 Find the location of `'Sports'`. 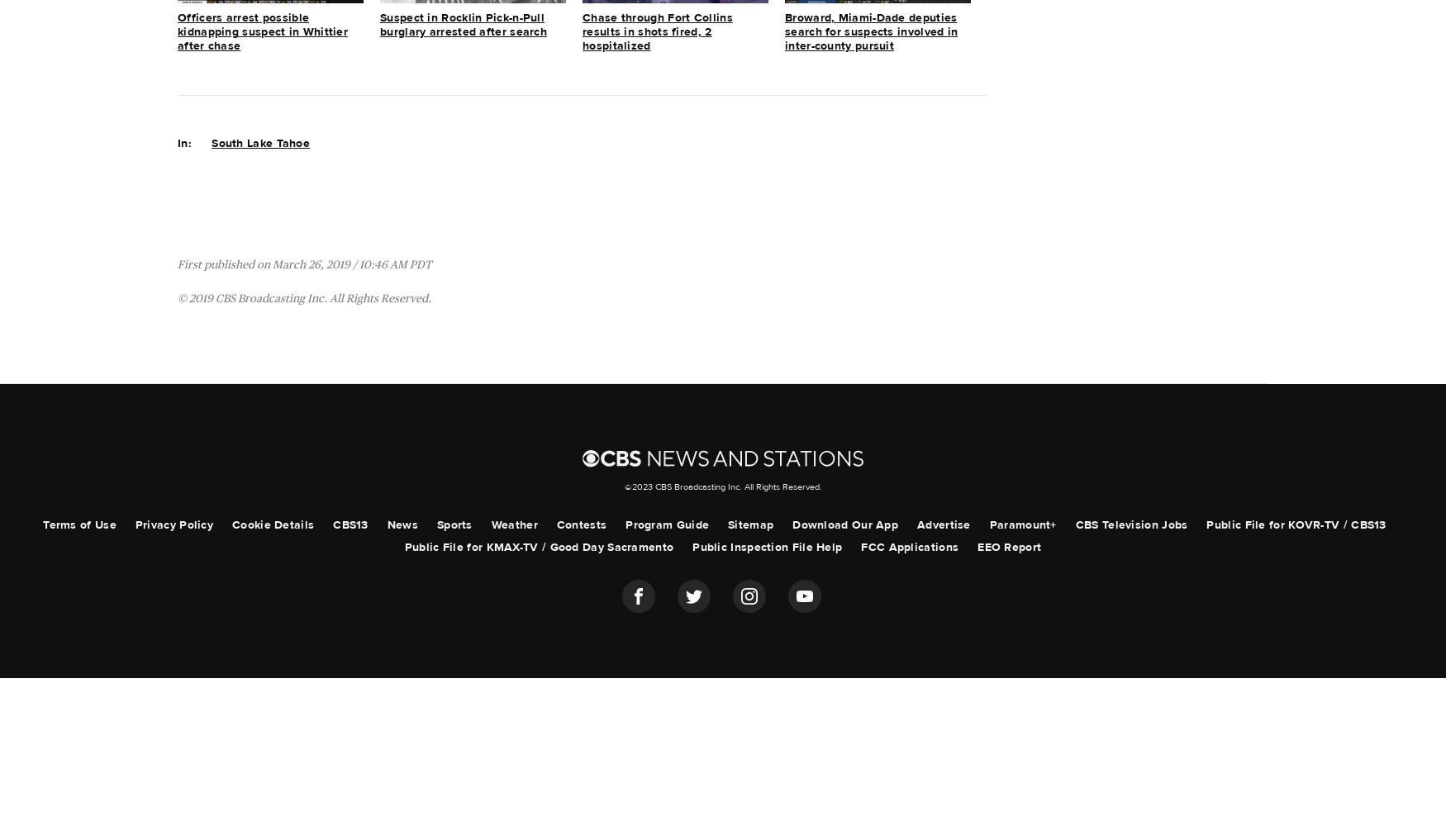

'Sports' is located at coordinates (453, 524).